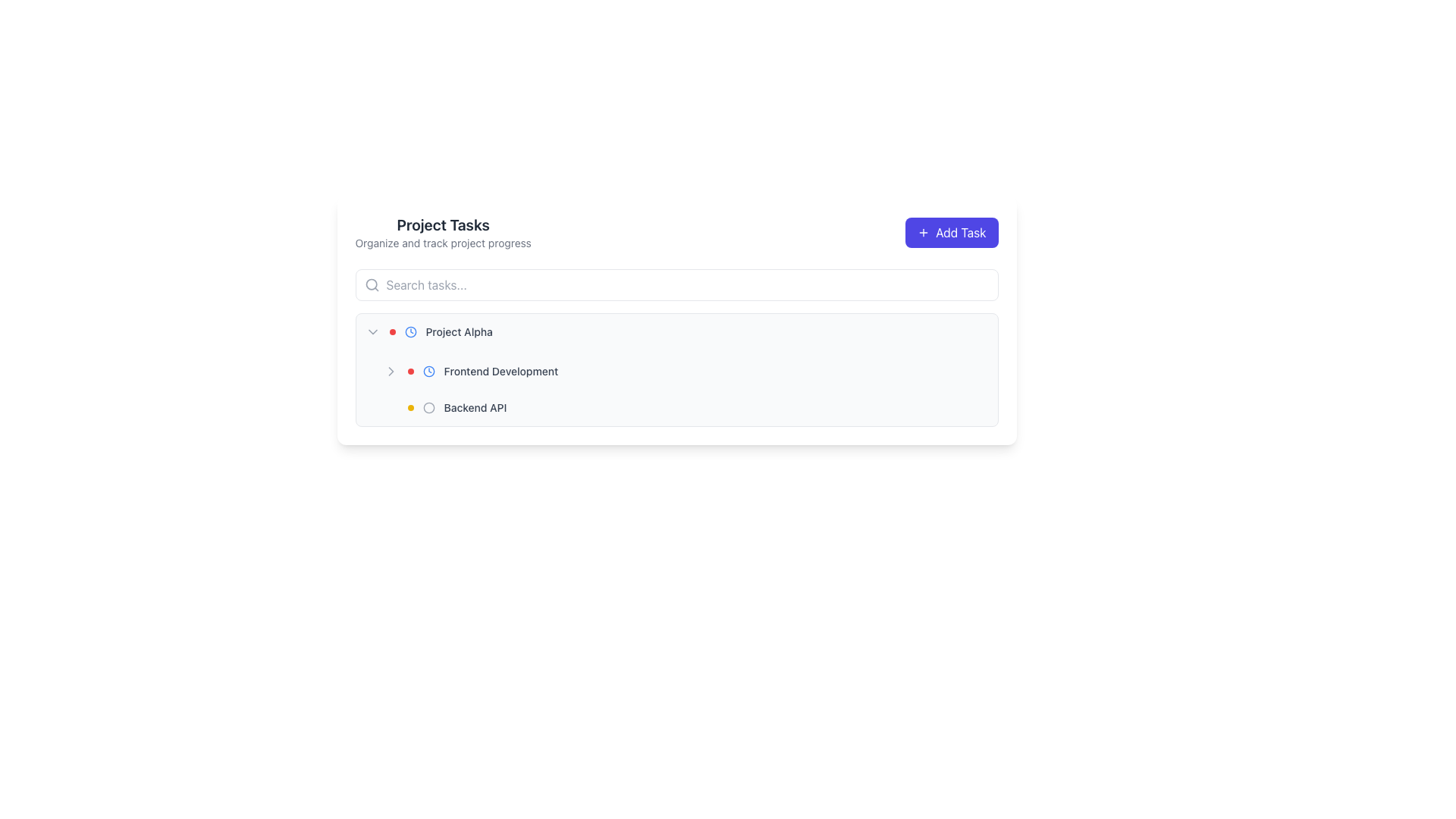  I want to click on the decorative hollow circle icon located to the right of the yellow dot indicator and to the left of the text 'Backend API' within the task entry list, so click(428, 406).